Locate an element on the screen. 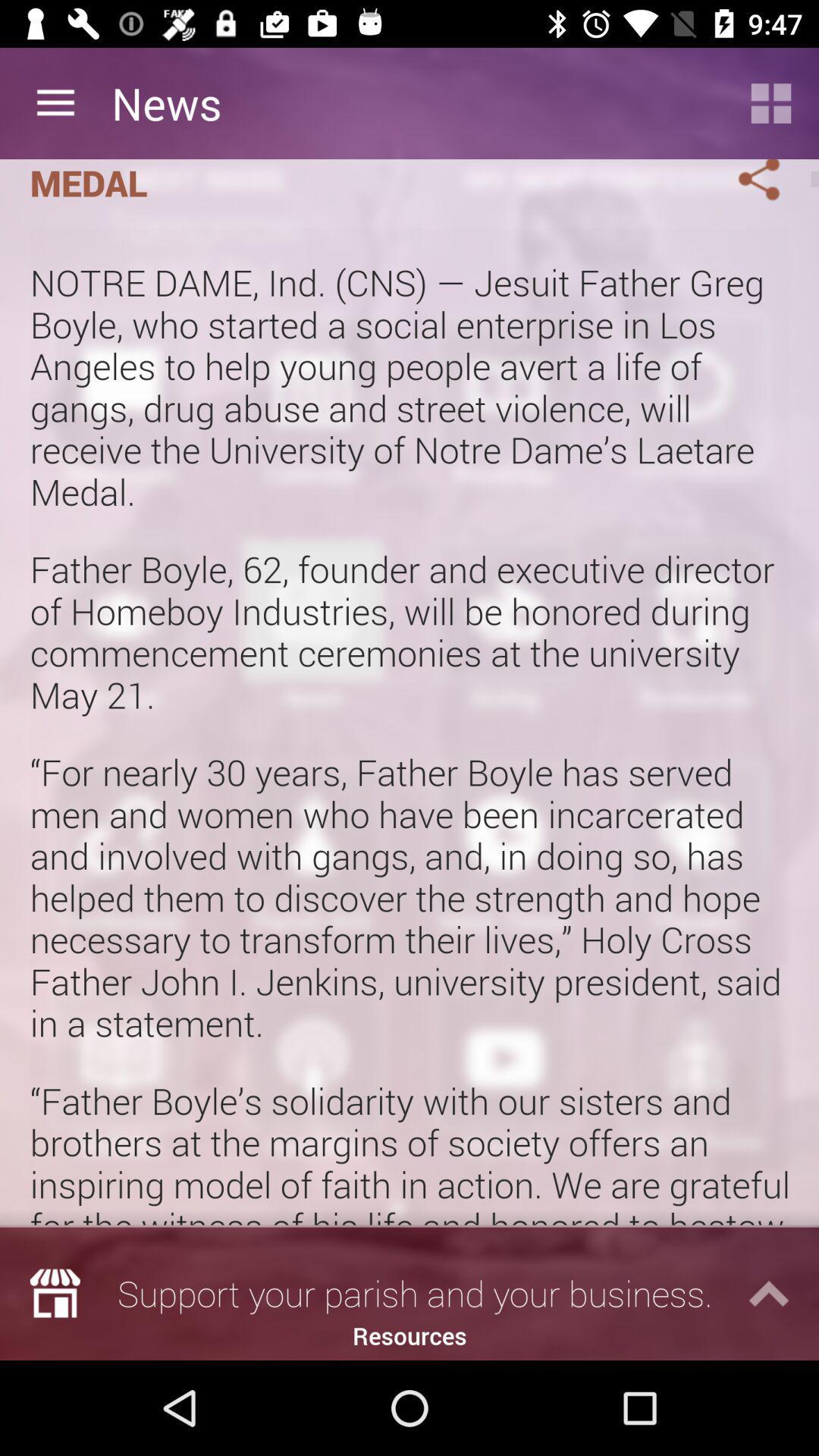  the icon next to news item is located at coordinates (771, 102).